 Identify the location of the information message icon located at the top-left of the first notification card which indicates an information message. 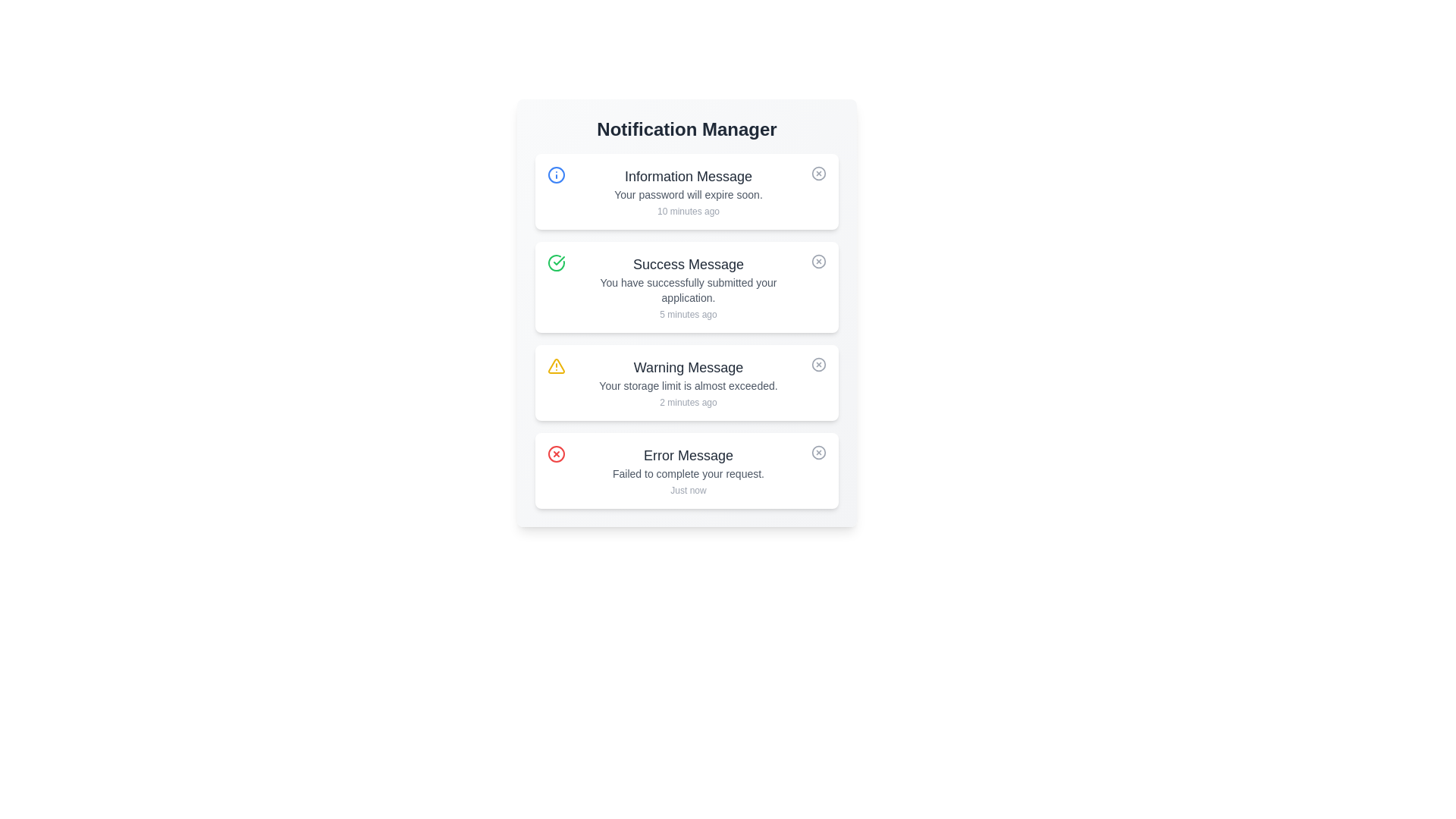
(556, 174).